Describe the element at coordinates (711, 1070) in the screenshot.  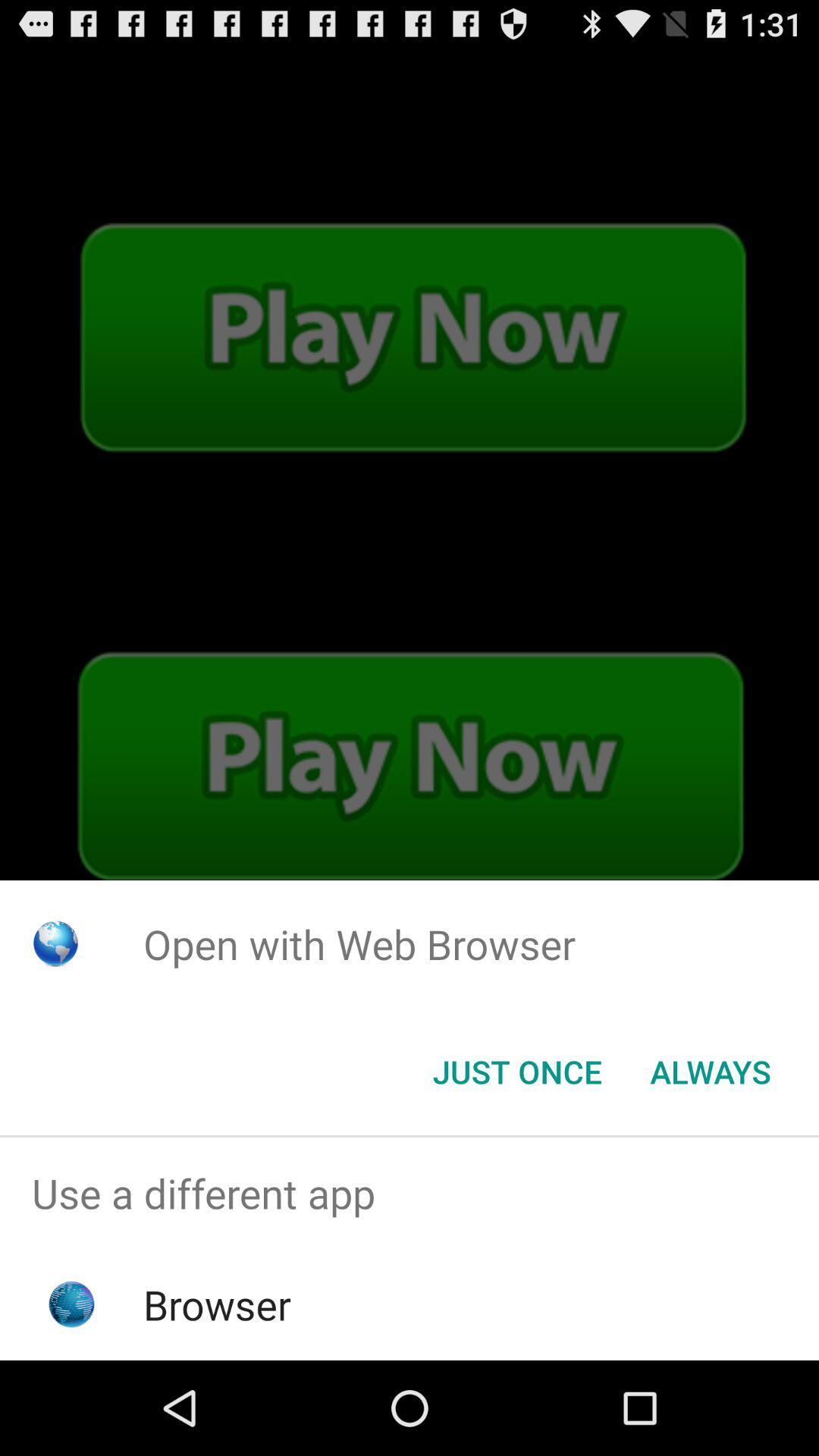
I see `the always item` at that location.